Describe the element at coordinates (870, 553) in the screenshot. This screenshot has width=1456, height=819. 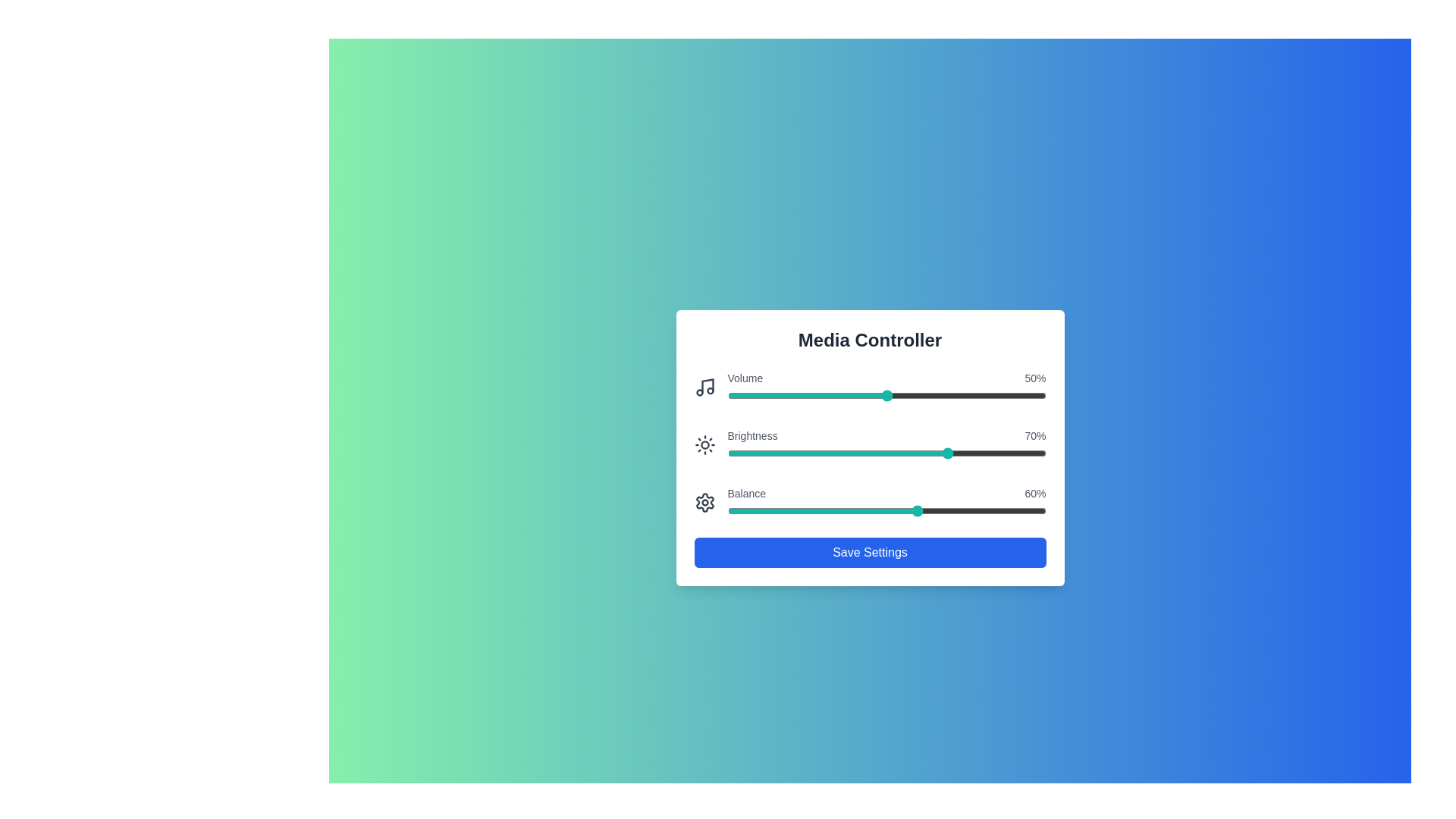
I see `'Save Settings' button to apply the changes` at that location.